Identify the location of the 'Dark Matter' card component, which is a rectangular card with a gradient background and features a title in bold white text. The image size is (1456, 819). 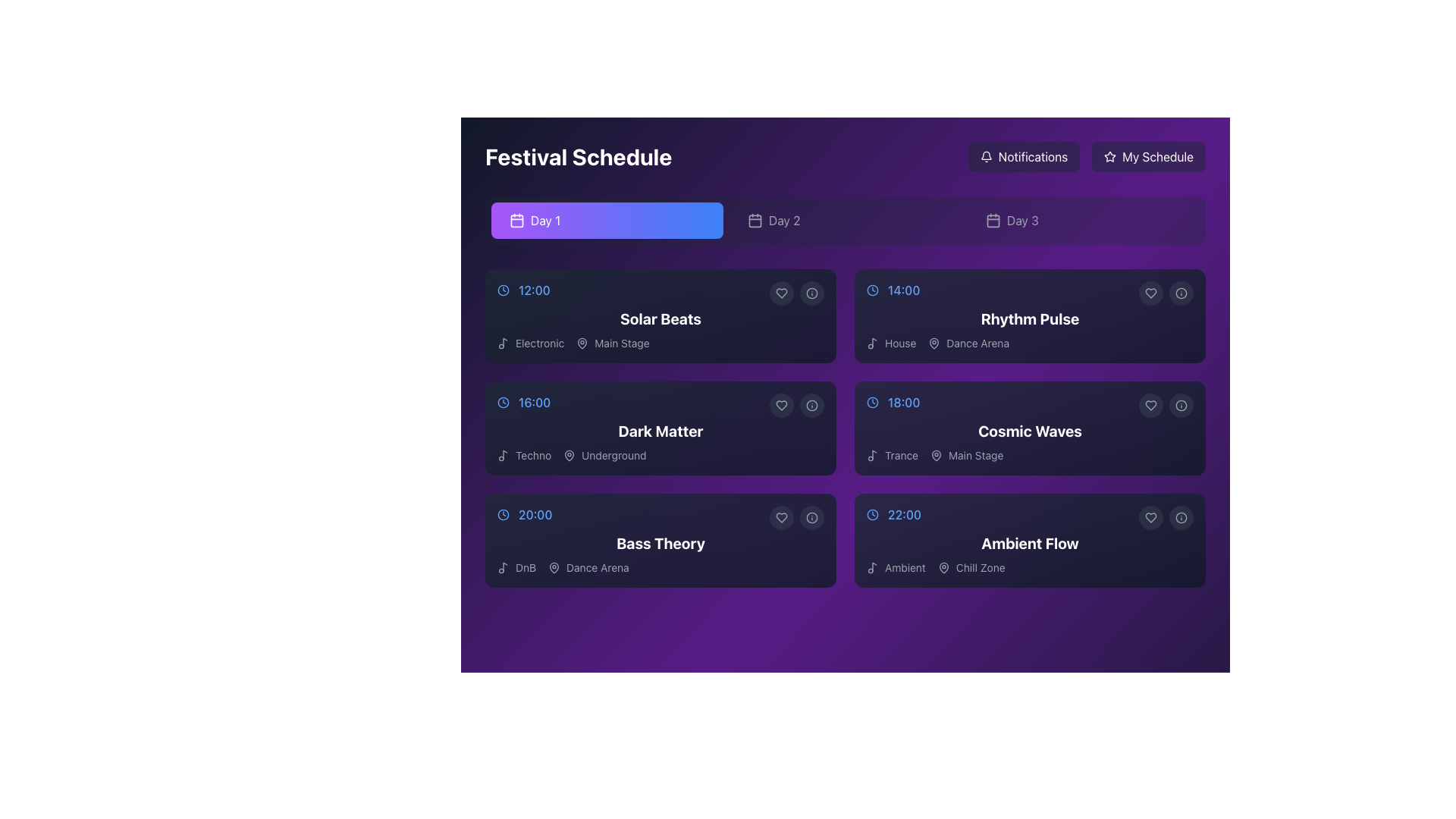
(661, 428).